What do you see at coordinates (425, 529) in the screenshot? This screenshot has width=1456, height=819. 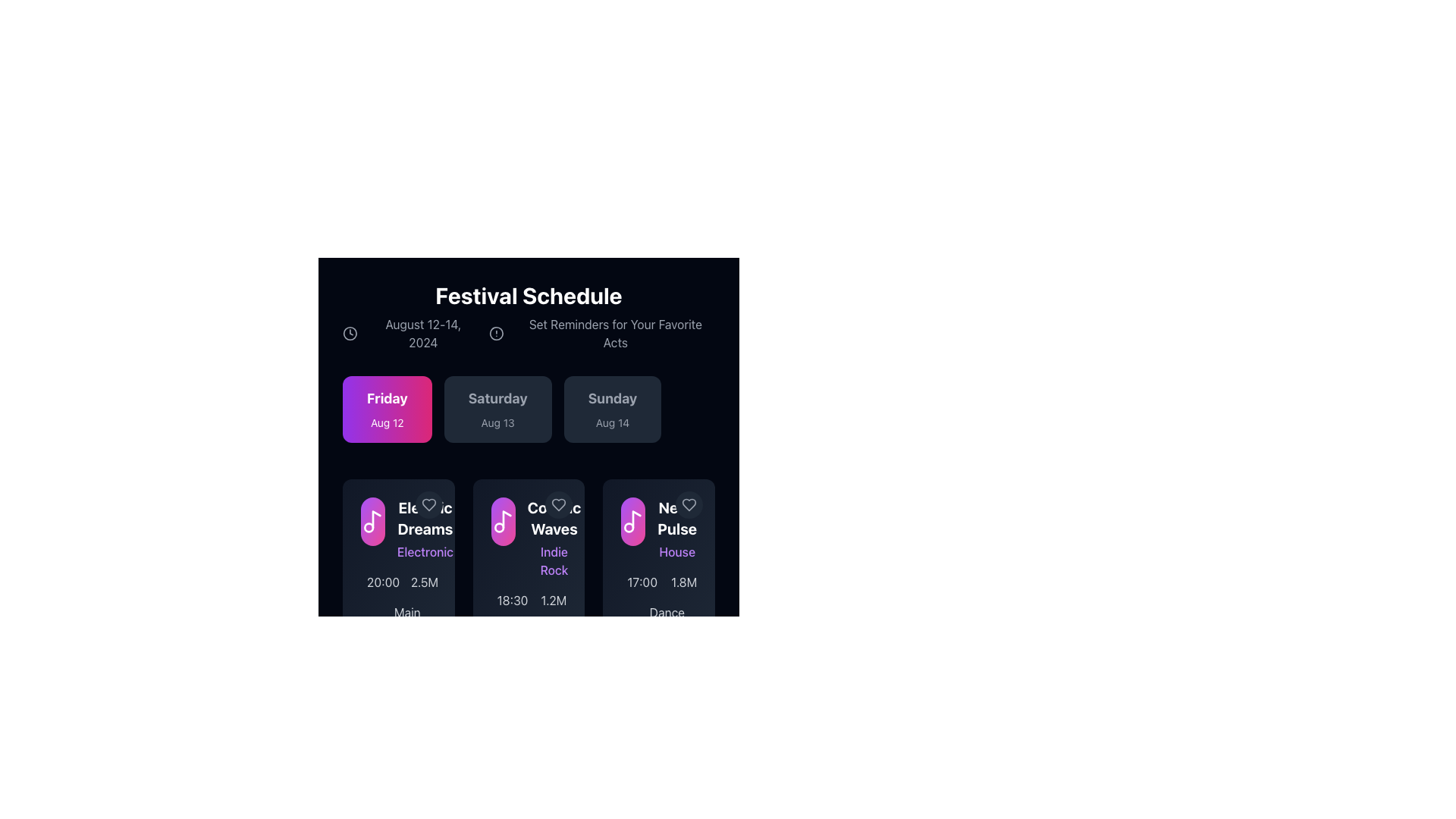 I see `the 'Electric Dreams' text label, which consists of two lines of text in a dark rectangular background, located in the 'Friday, Aug 12' section of the Festival Schedule` at bounding box center [425, 529].